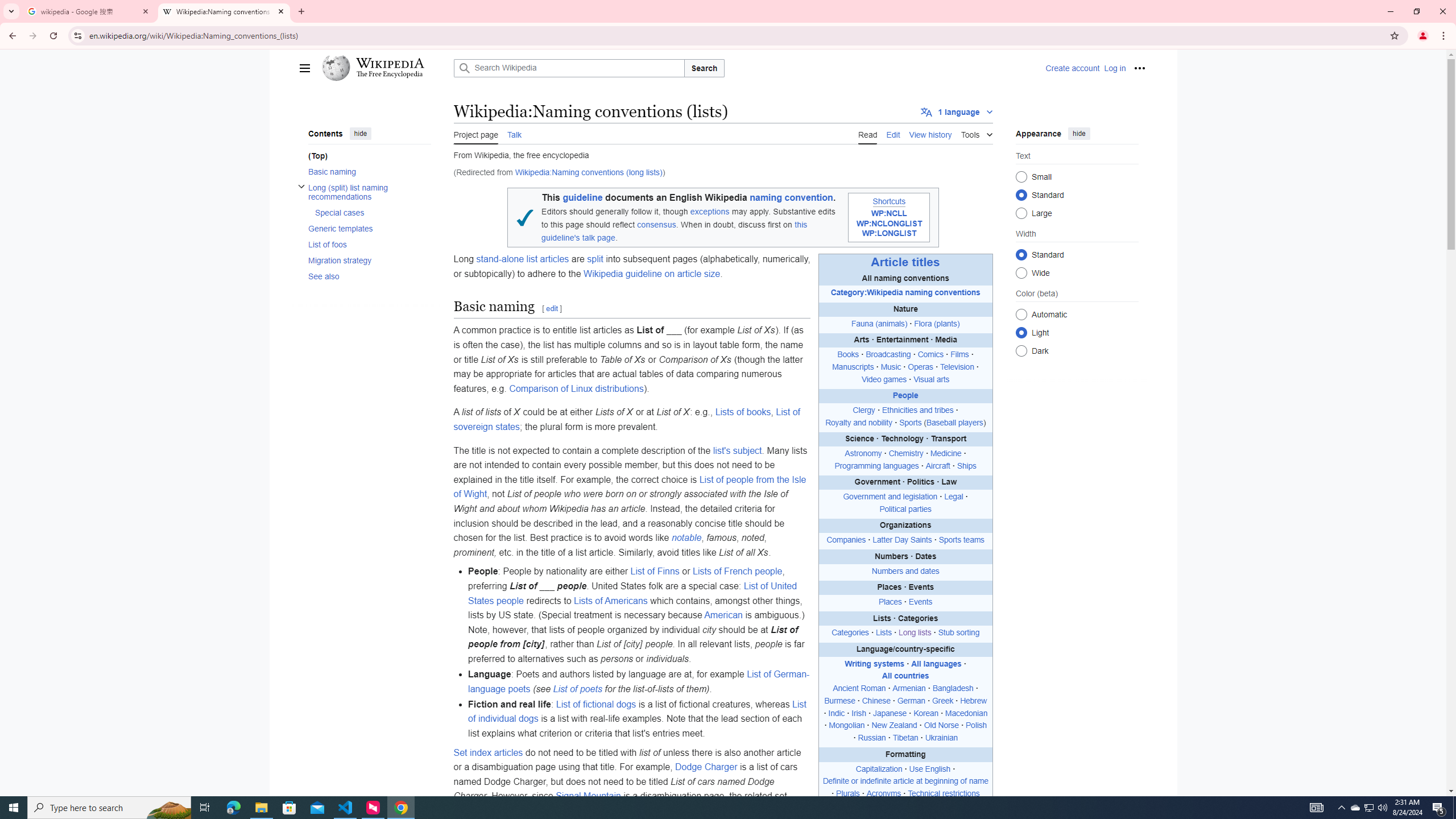 The height and width of the screenshot is (819, 1456). I want to click on 'Tools', so click(976, 133).